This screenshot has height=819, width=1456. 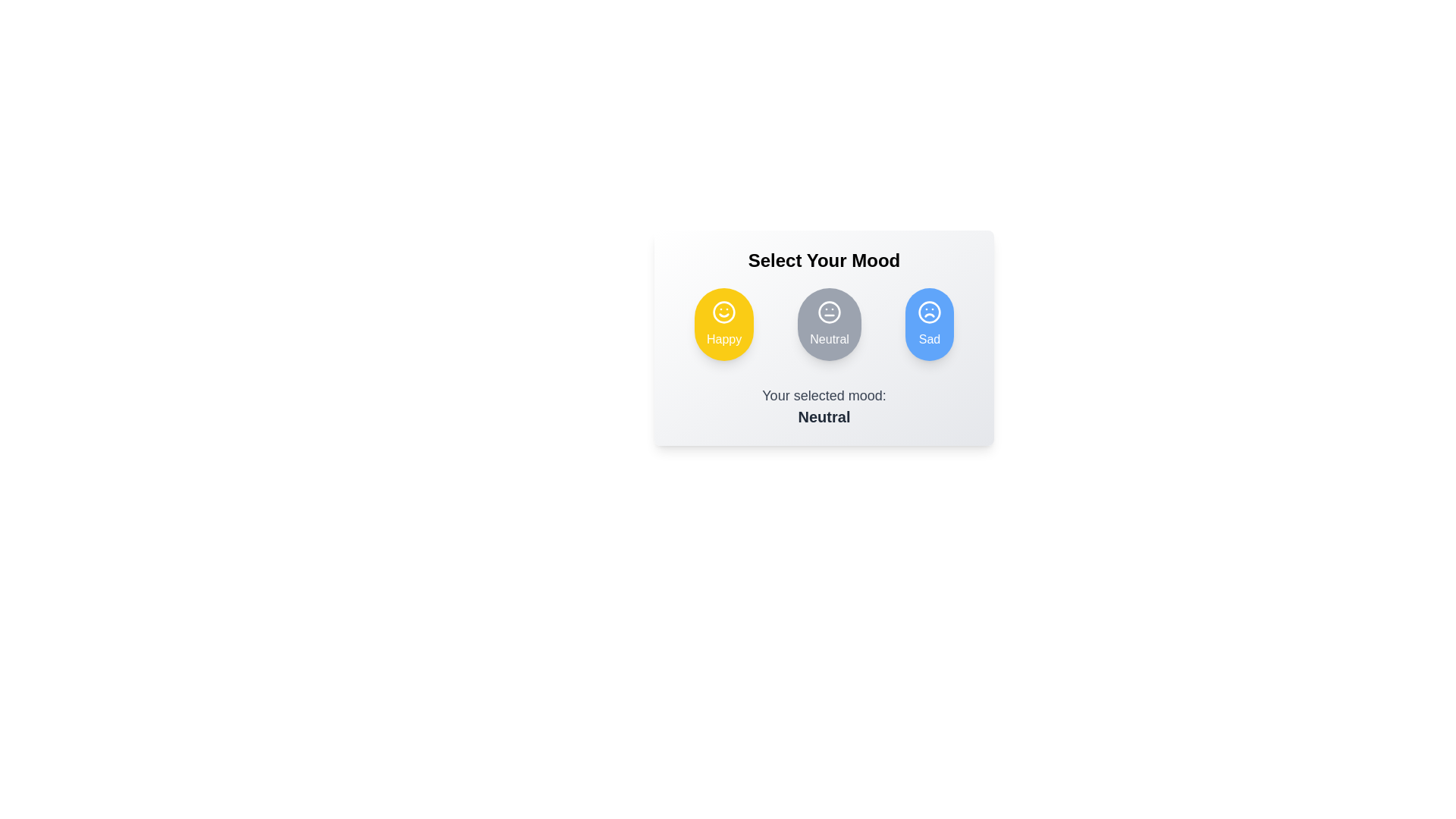 I want to click on the Mood Selector button, which is a circular icon with a neutral face emoji and the text 'Neutral' below it, positioned in the center of three mood options, so click(x=823, y=324).